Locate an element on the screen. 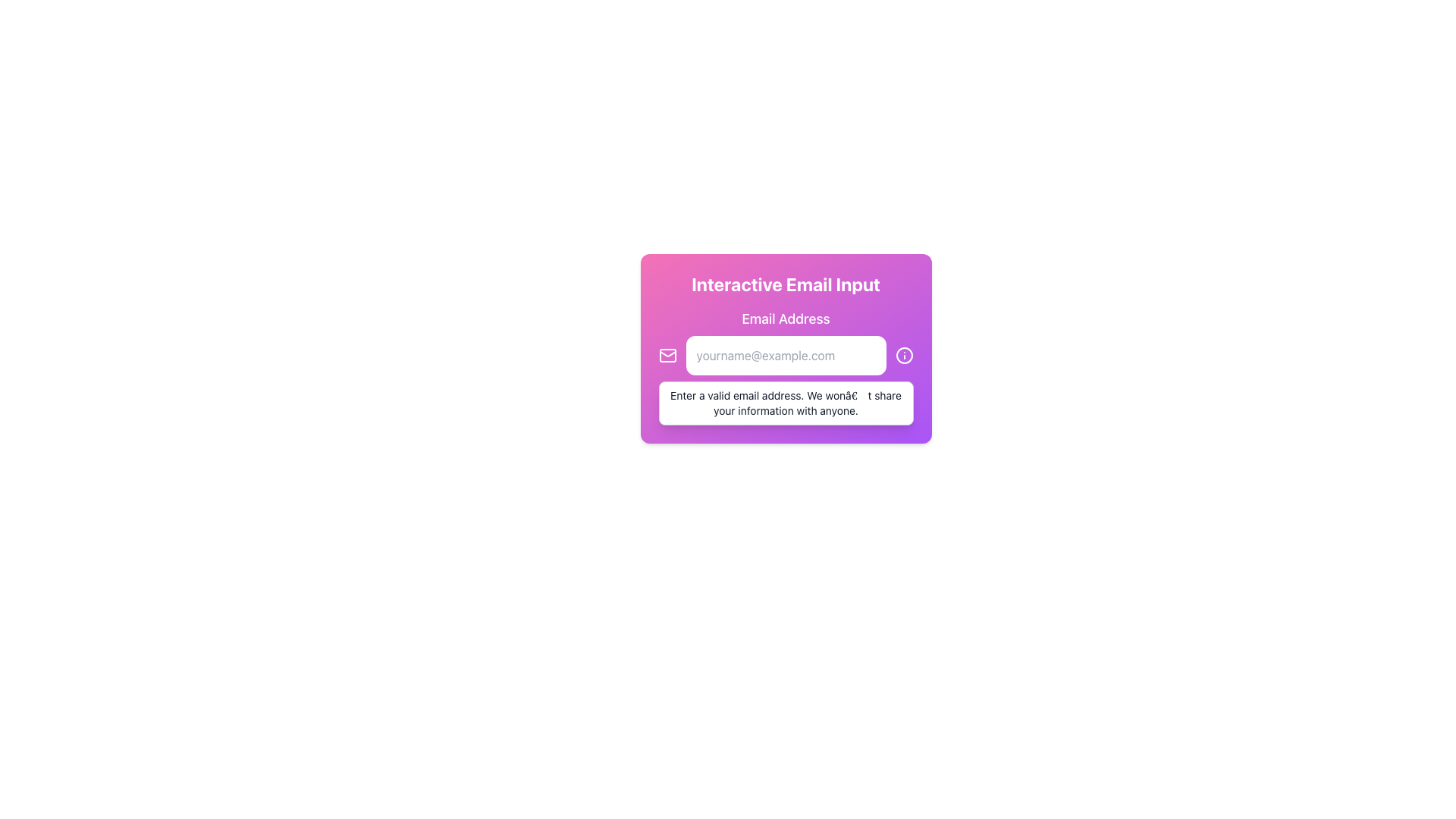 This screenshot has width=1456, height=819. the help text area within the email input panel that provides additional information and context for users is located at coordinates (786, 348).